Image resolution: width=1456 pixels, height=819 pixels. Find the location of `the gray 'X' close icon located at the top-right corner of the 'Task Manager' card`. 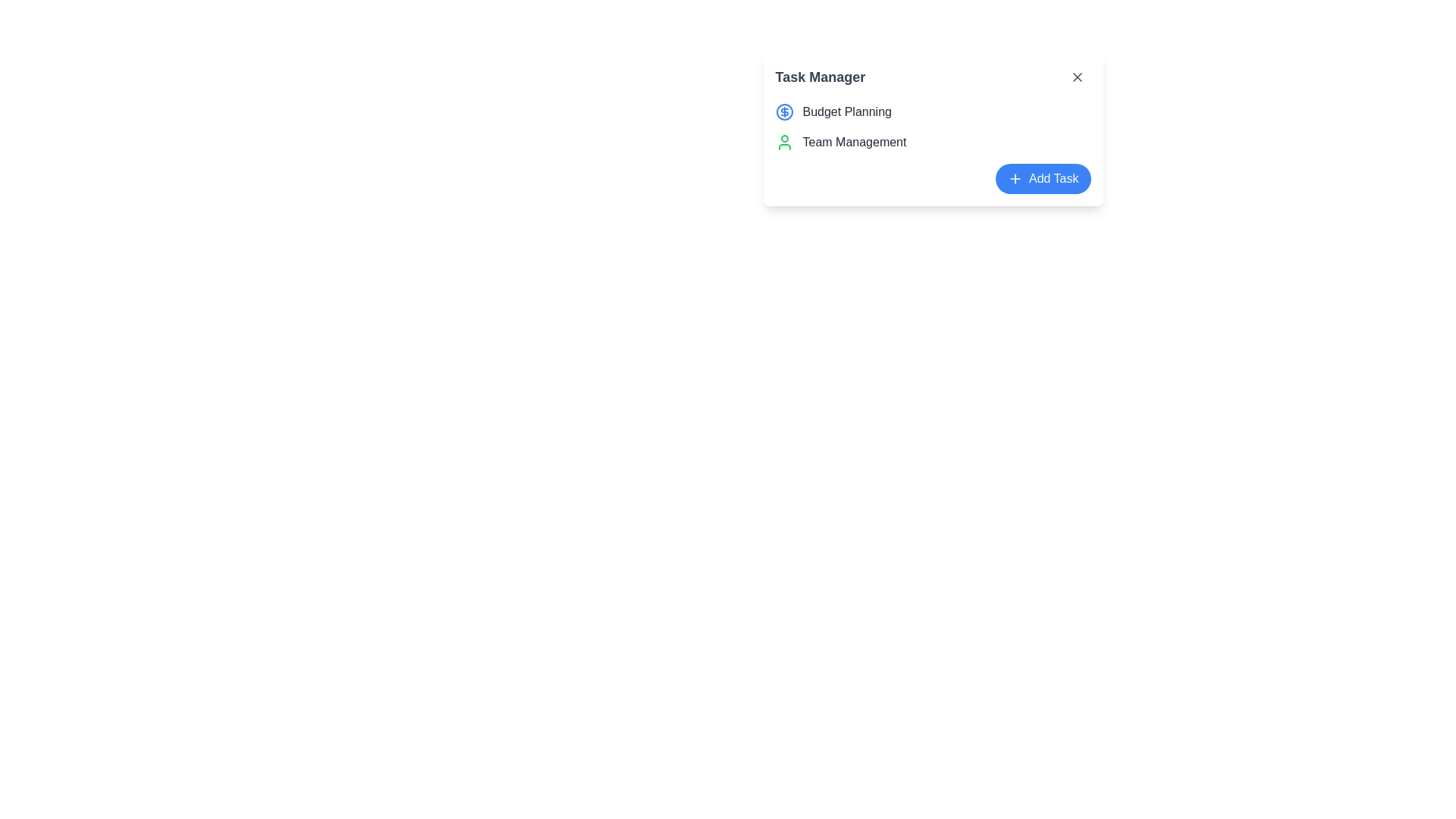

the gray 'X' close icon located at the top-right corner of the 'Task Manager' card is located at coordinates (1076, 77).